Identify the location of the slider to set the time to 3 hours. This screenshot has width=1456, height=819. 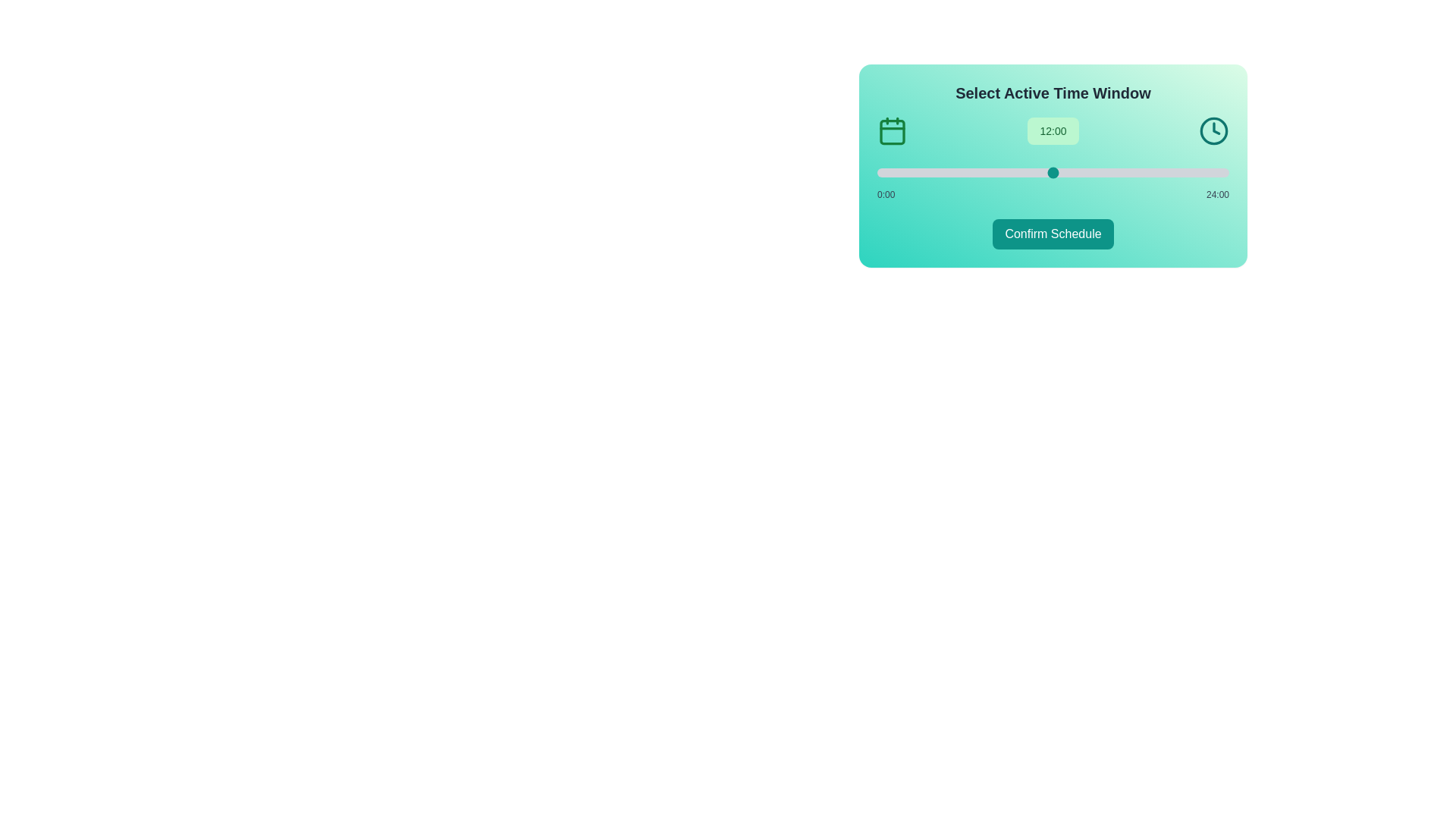
(920, 171).